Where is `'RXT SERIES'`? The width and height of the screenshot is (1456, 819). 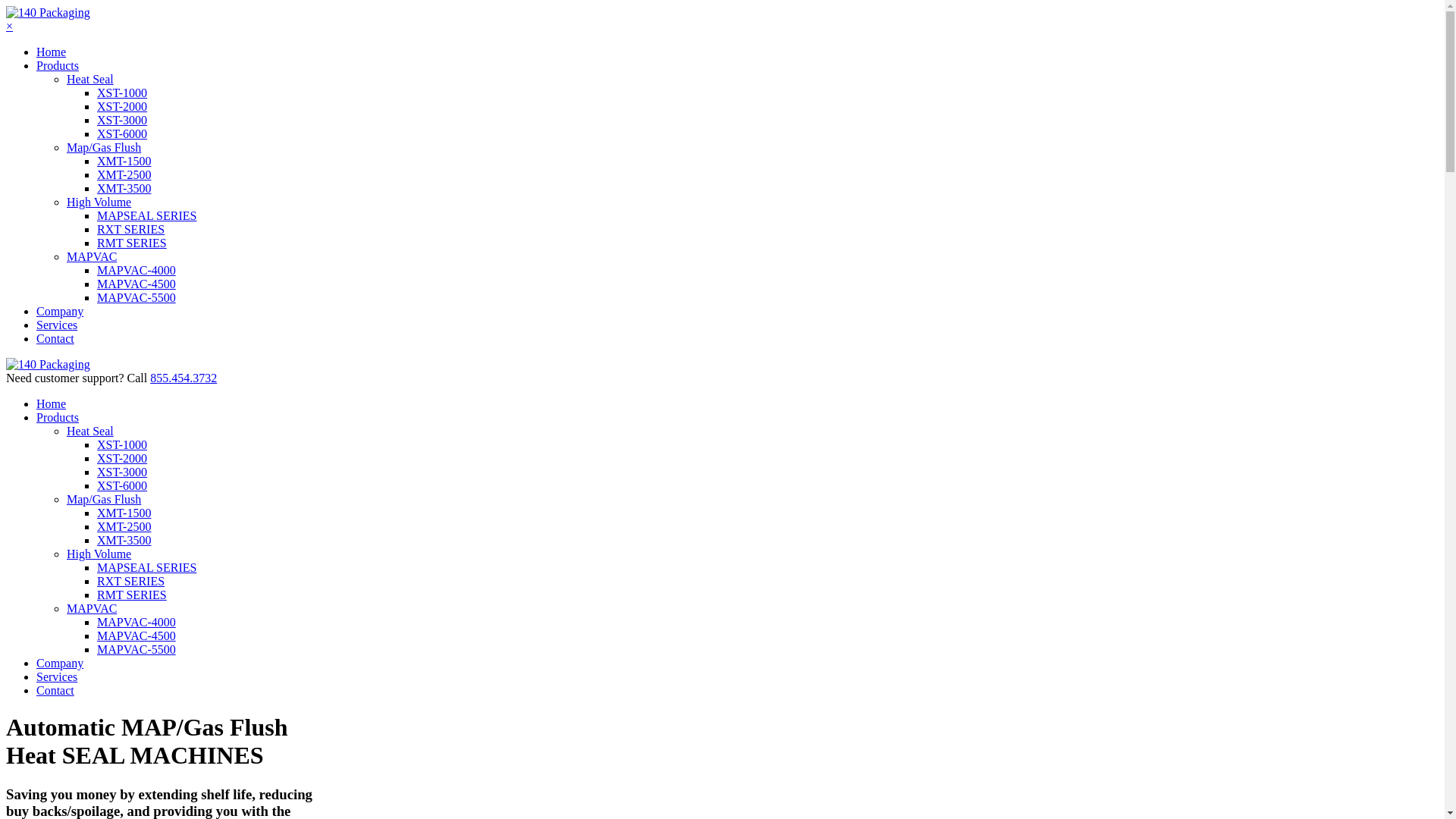
'RXT SERIES' is located at coordinates (96, 580).